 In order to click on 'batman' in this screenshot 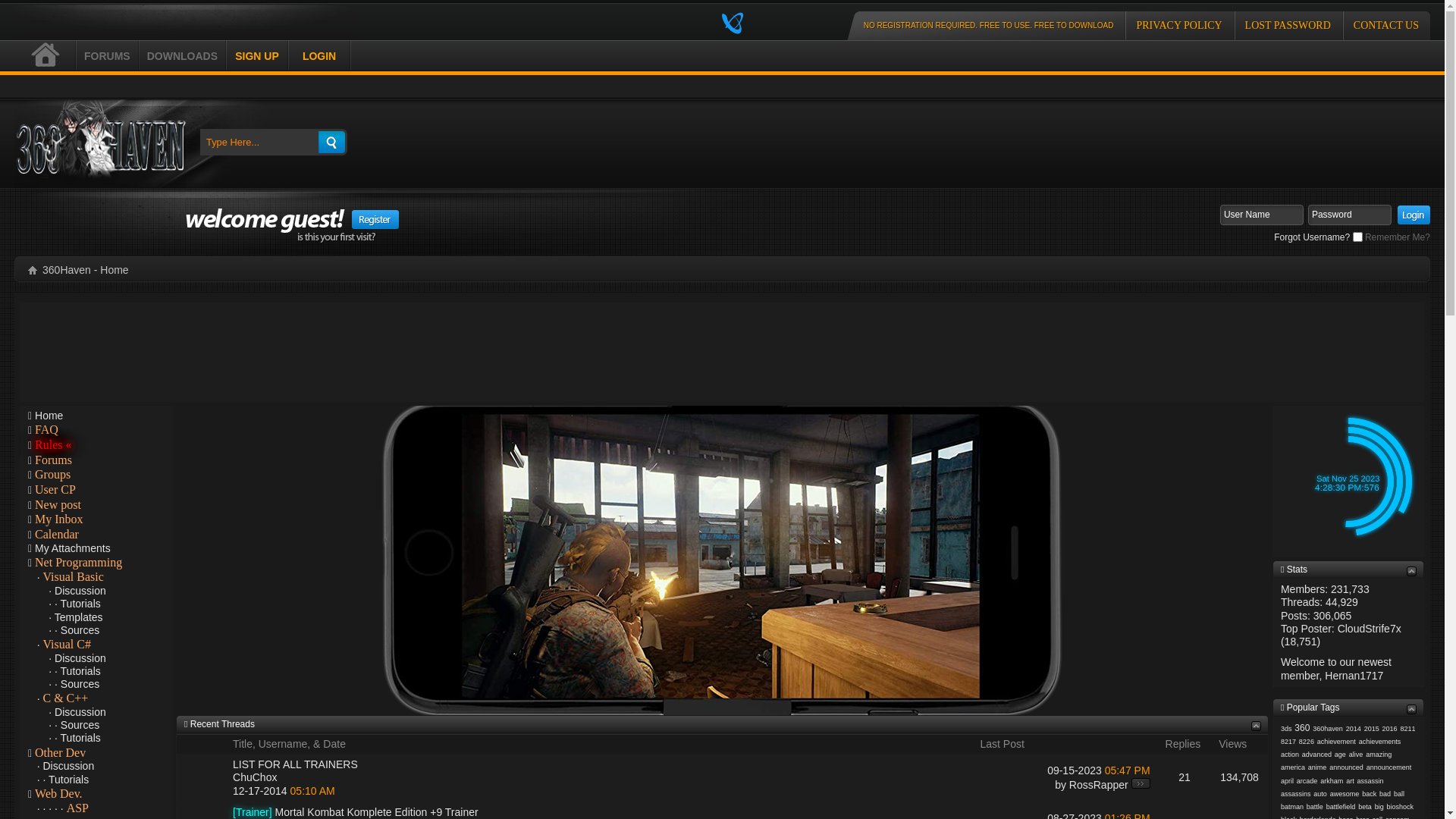, I will do `click(1291, 806)`.